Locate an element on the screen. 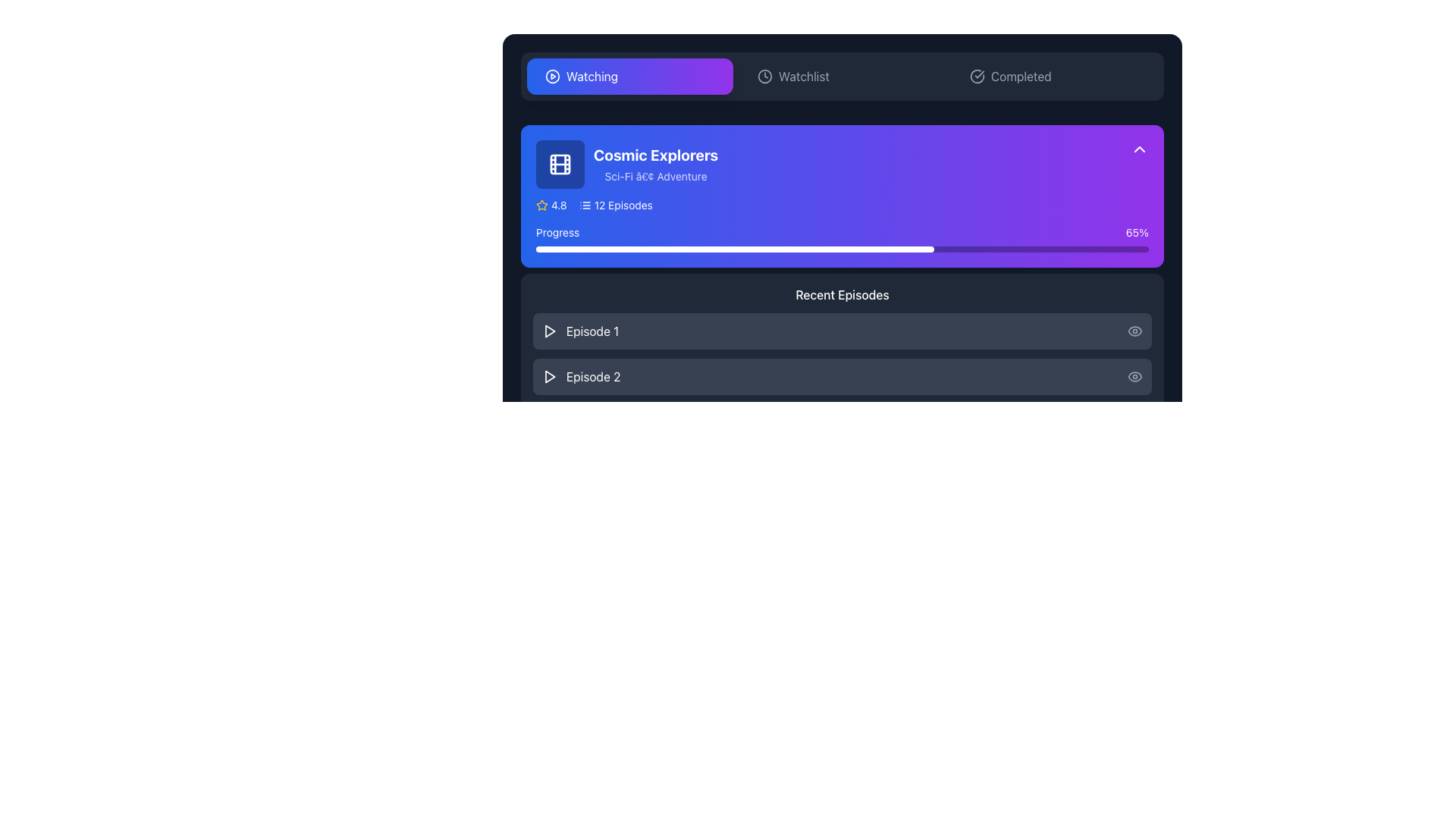 The height and width of the screenshot is (819, 1456). the static text label element displaying 'Sci-Fi • Adventure', which is positioned below 'Cosmic Explorers' and is part of the media item section is located at coordinates (656, 175).